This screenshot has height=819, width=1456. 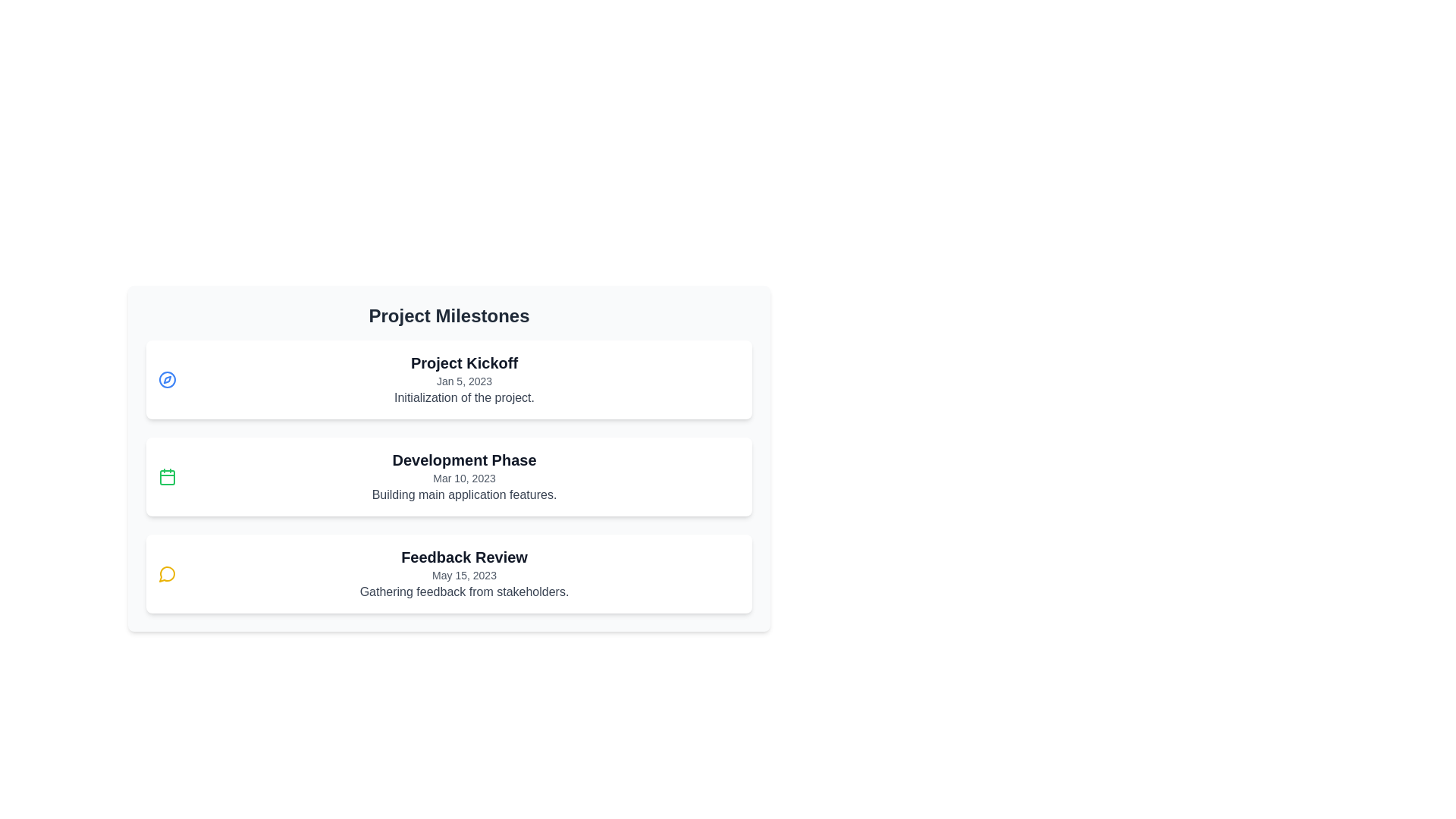 I want to click on the Icon Segment located within the calendar icon, which is positioned left of the text 'Development Phase', so click(x=167, y=476).